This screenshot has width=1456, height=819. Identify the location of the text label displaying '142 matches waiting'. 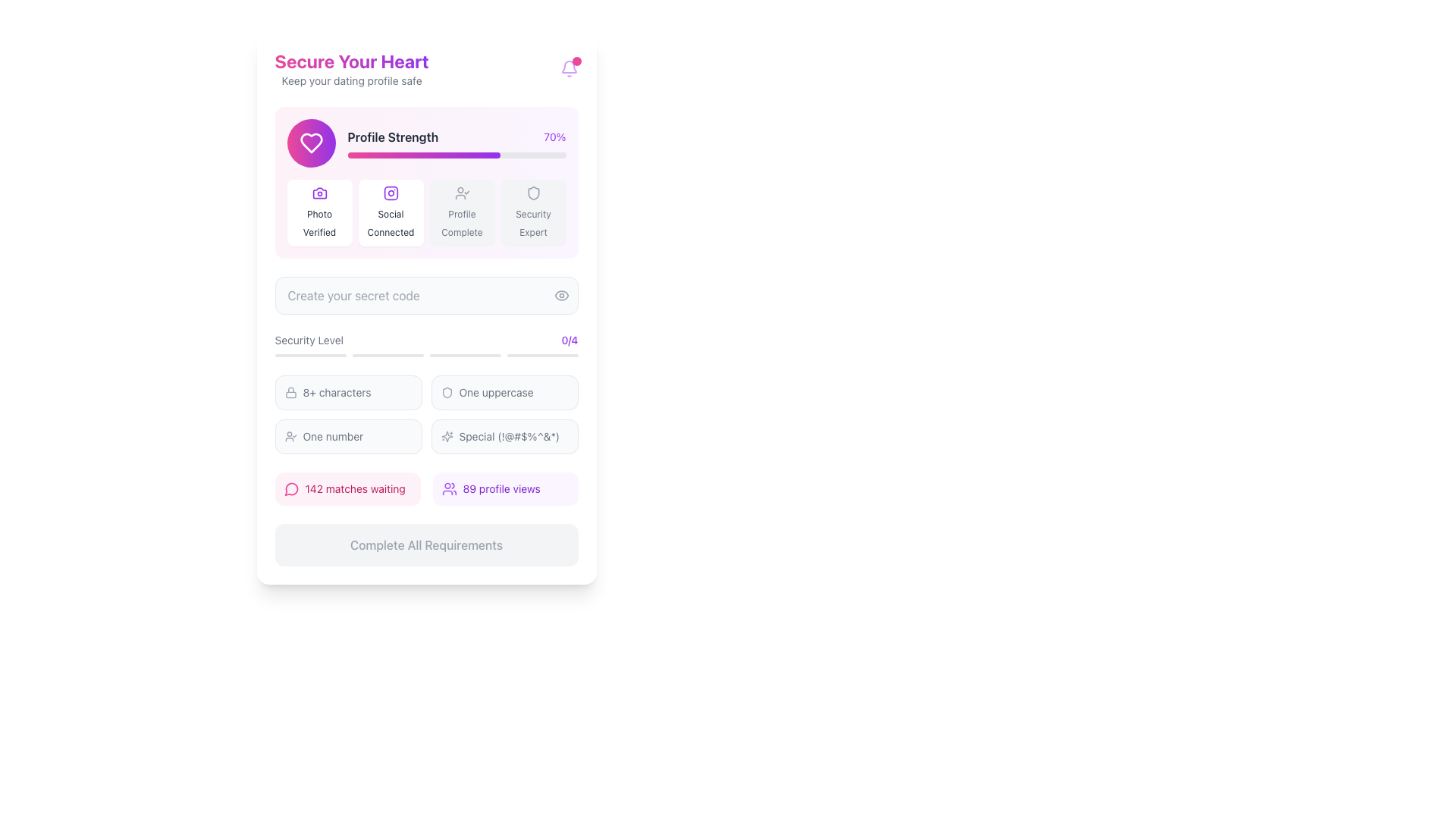
(354, 488).